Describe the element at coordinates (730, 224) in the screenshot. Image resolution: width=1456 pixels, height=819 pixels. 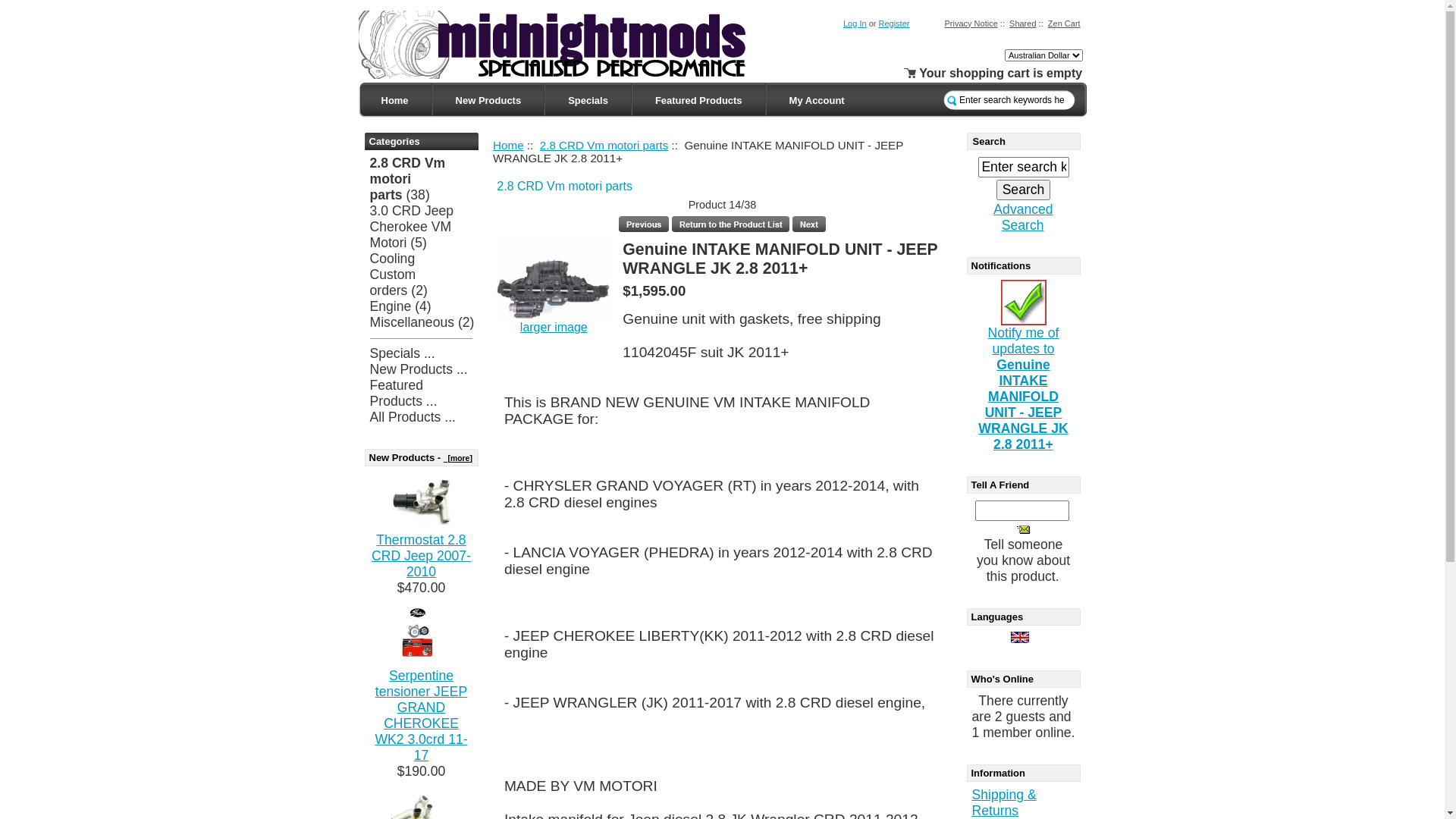
I see `' Return to the Product List '` at that location.